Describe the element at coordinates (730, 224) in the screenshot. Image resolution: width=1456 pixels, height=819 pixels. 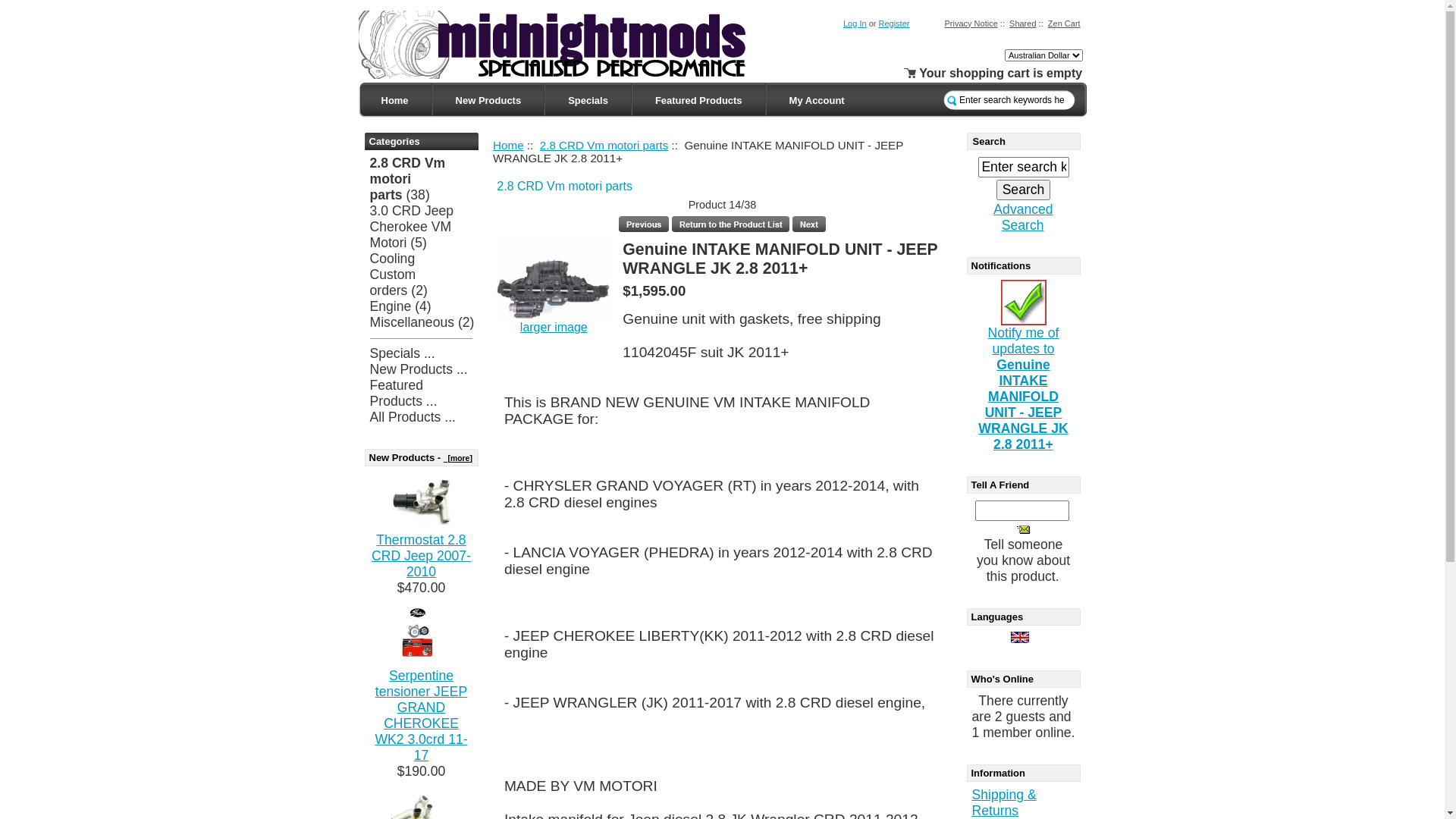
I see `' Return to the Product List '` at that location.